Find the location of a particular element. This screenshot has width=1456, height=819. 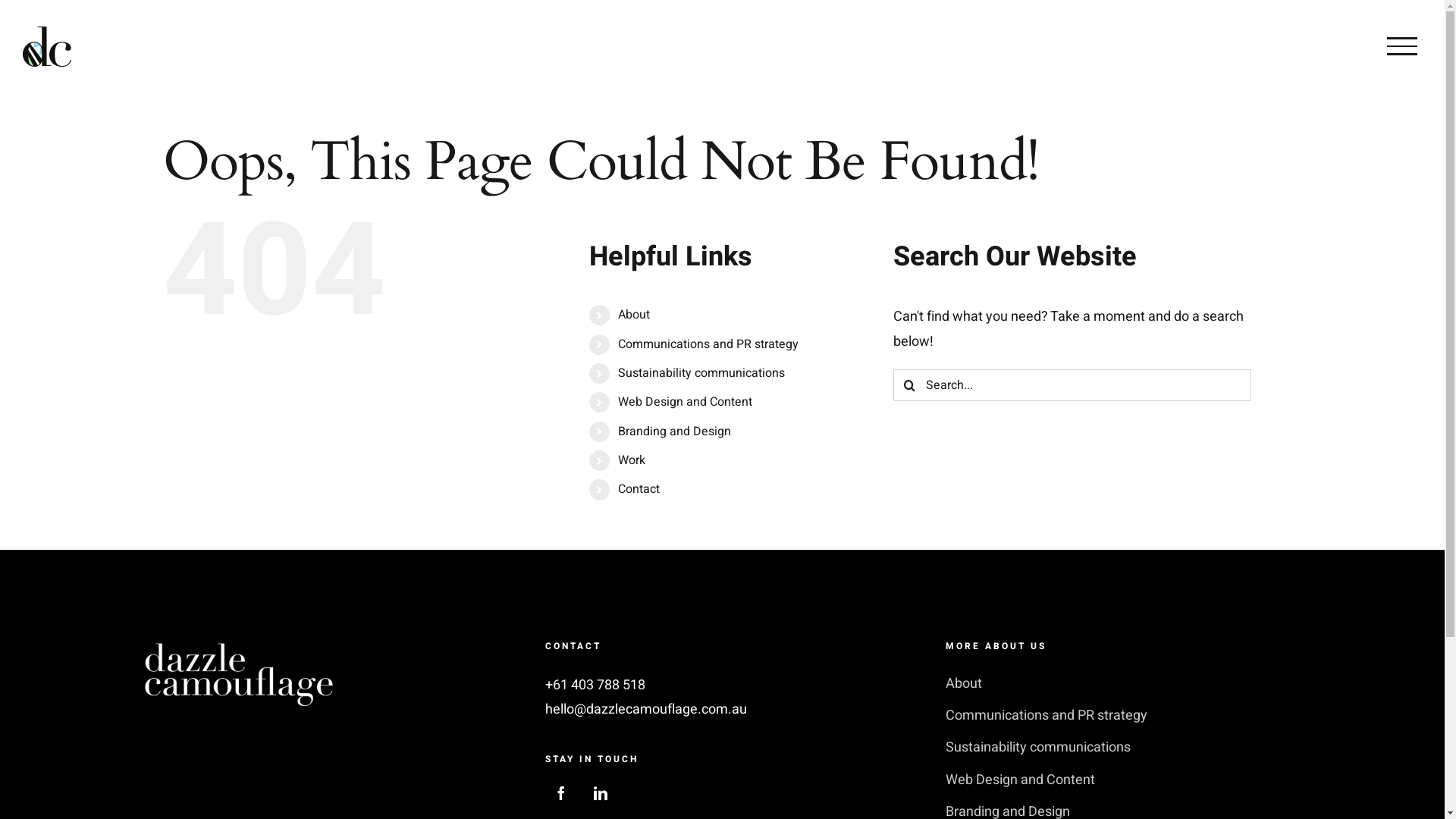

'LinkedIn' is located at coordinates (600, 792).